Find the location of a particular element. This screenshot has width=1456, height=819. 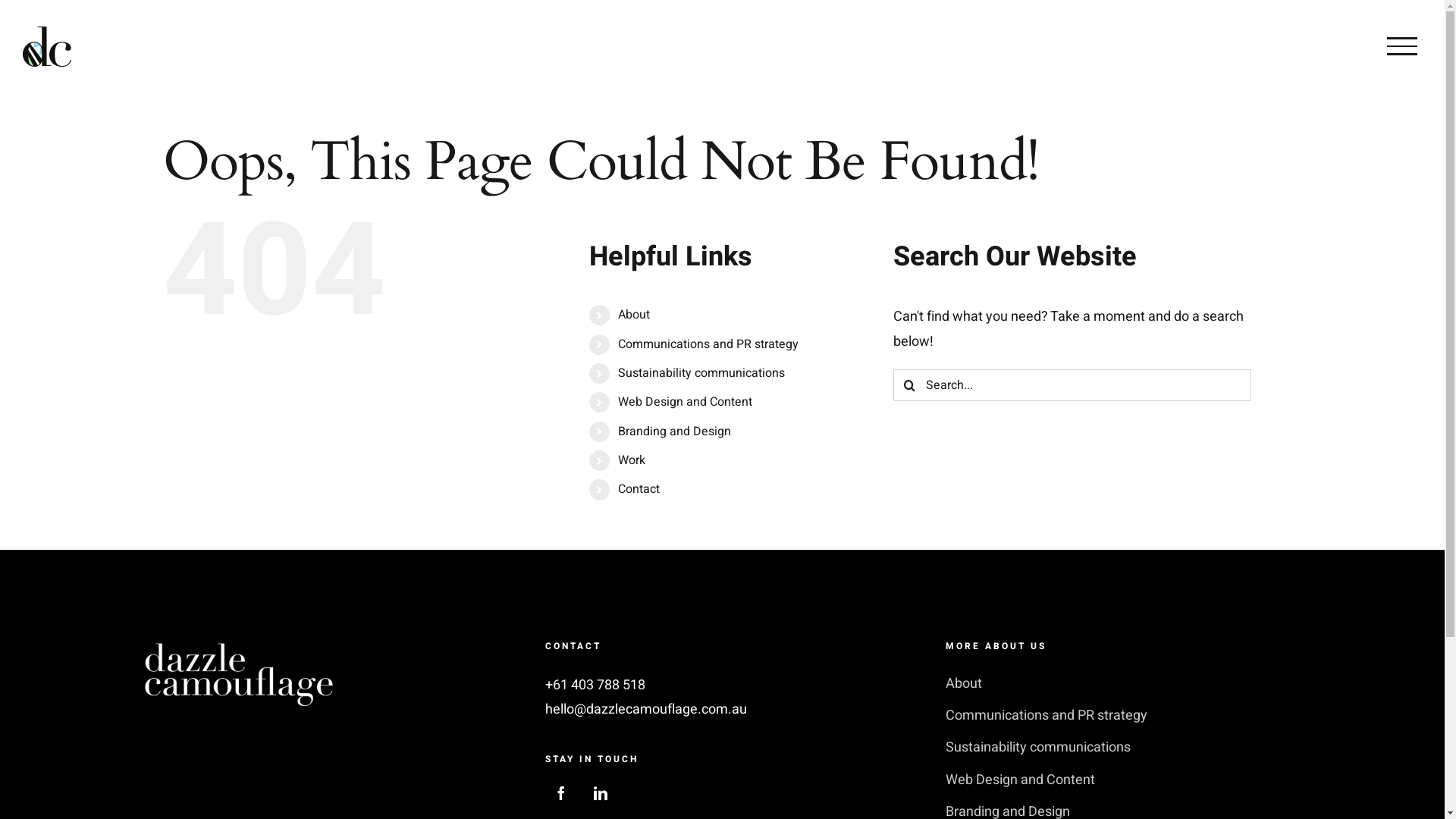

'LinkedIn' is located at coordinates (600, 792).